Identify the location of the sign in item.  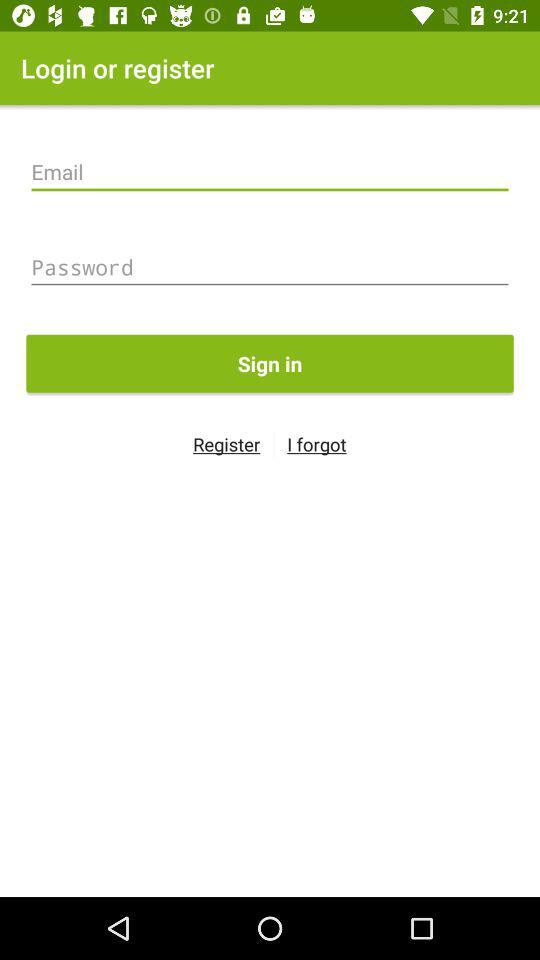
(270, 362).